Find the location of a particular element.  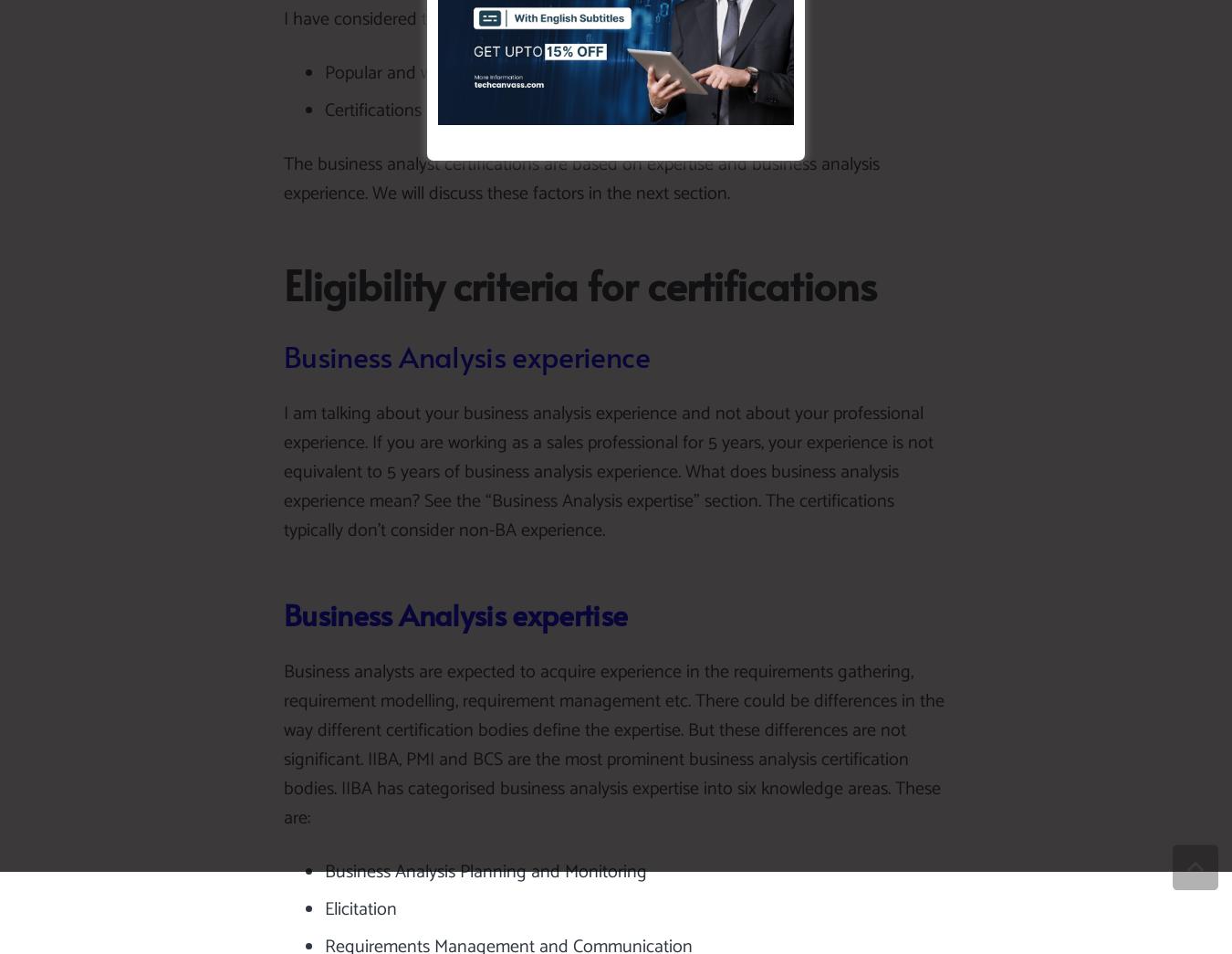

'I have considered the business analyst certifications on two counts:' is located at coordinates (535, 18).